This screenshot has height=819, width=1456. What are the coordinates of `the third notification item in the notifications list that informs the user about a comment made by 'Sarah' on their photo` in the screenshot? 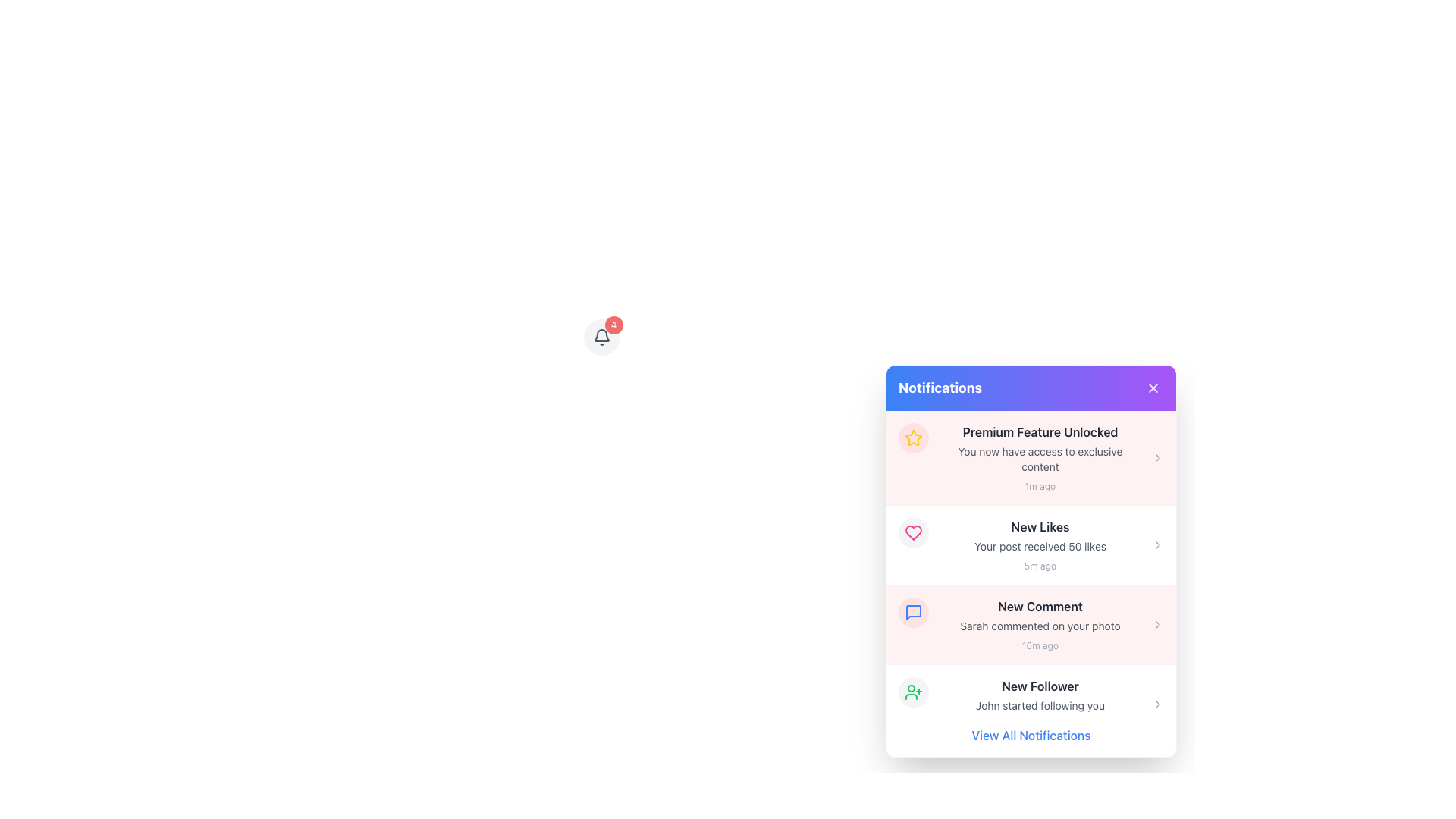 It's located at (1031, 625).